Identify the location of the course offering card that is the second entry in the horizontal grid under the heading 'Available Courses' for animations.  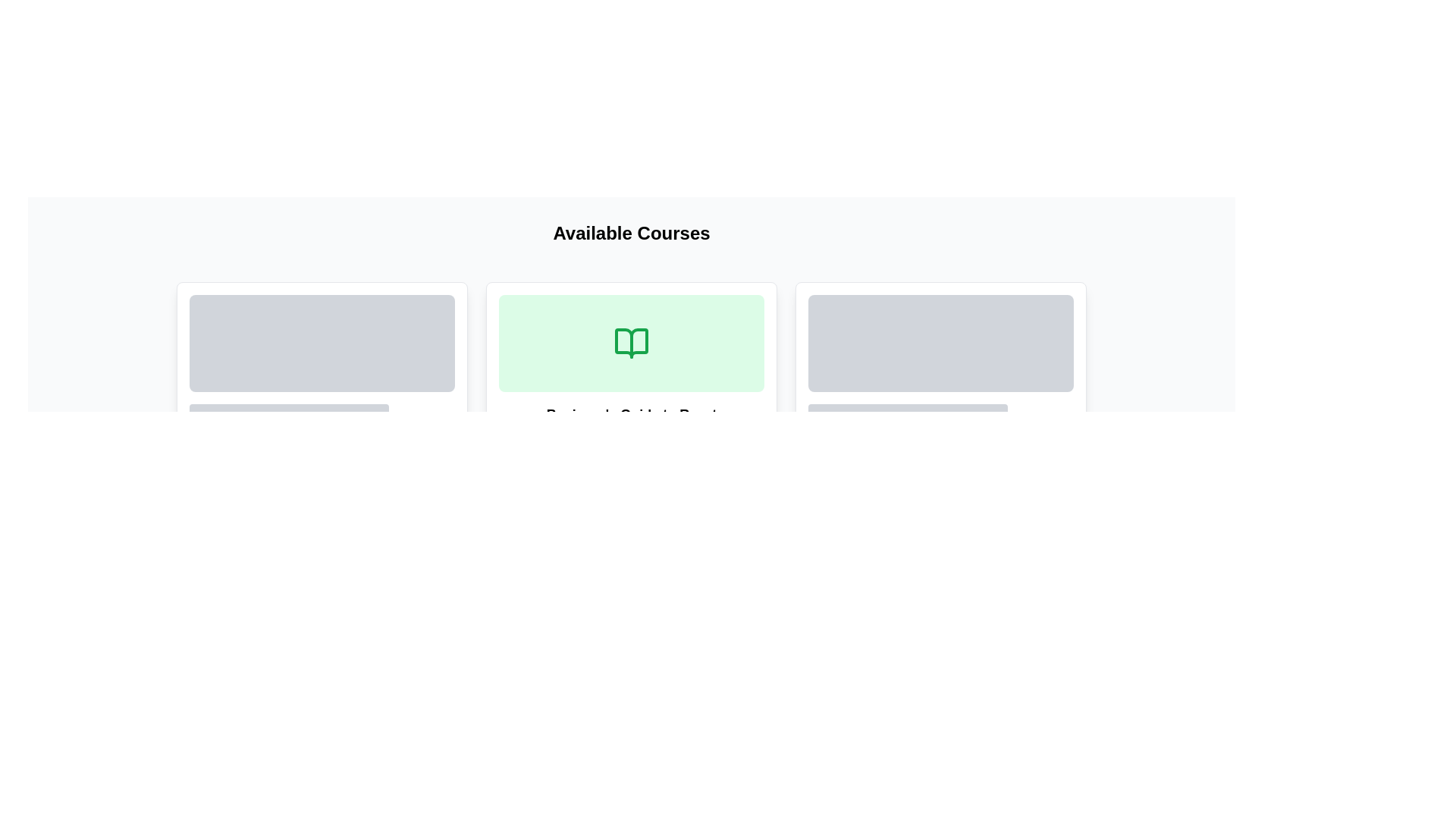
(632, 390).